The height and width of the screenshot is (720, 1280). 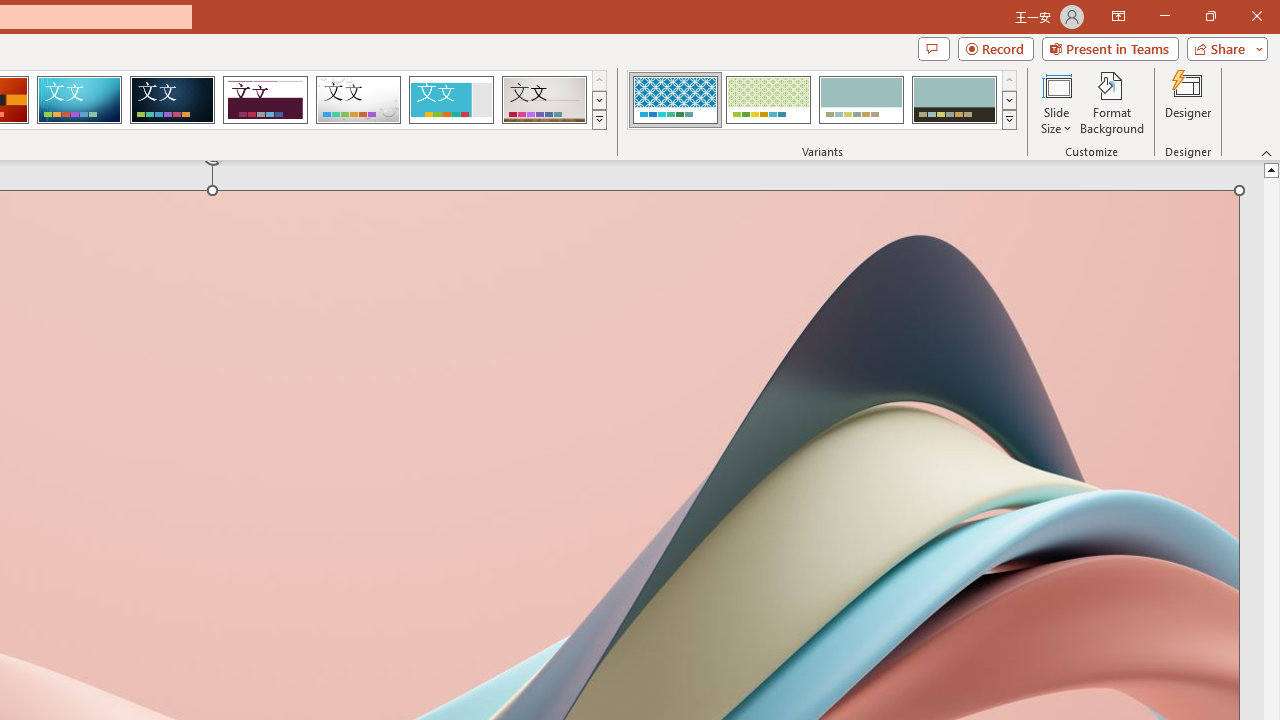 What do you see at coordinates (358, 100) in the screenshot?
I see `'Droplet'` at bounding box center [358, 100].